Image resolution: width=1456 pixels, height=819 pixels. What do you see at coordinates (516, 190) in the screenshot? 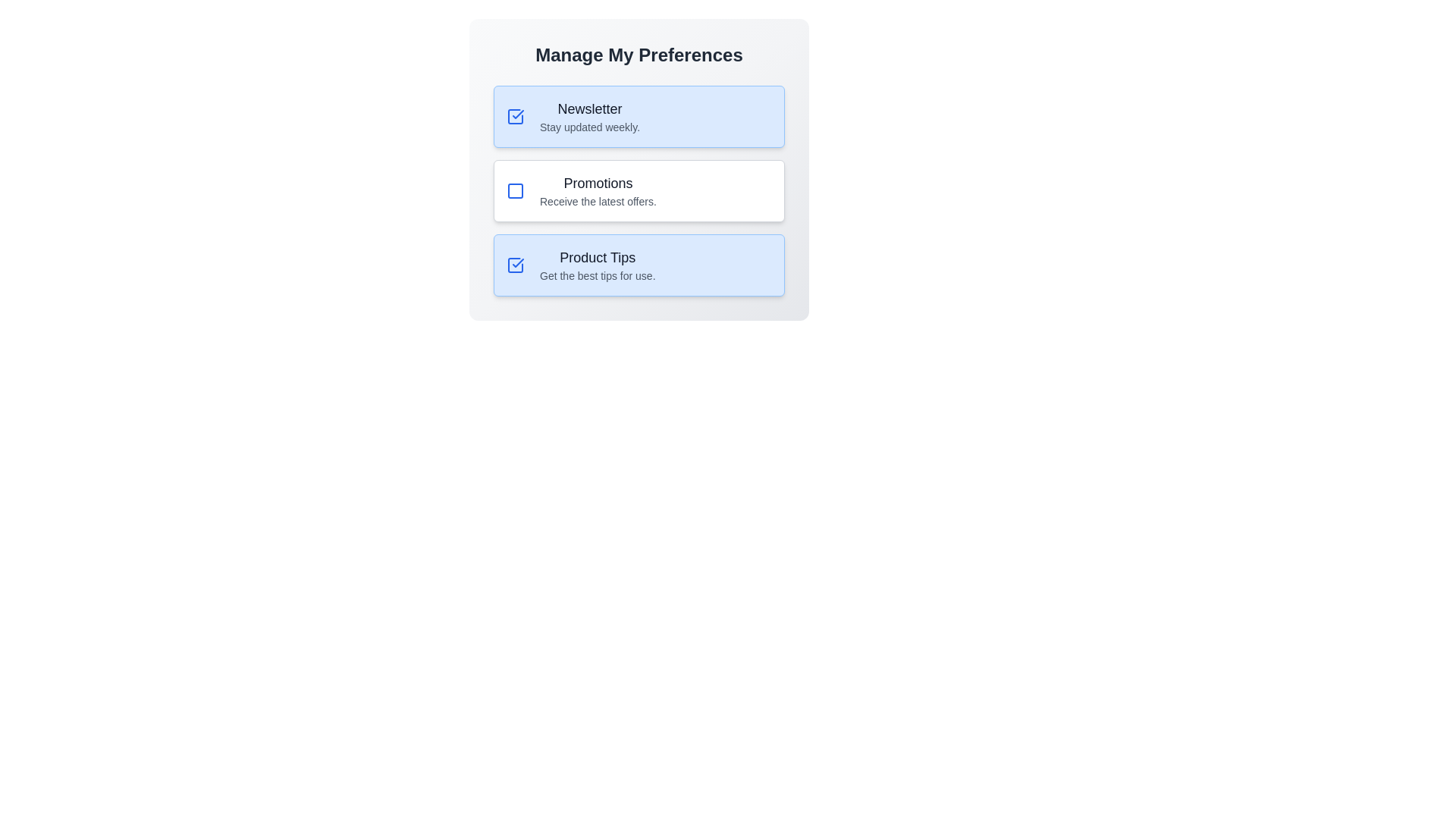
I see `the blue-bordered square icon located to the left of the 'Promotions' text` at bounding box center [516, 190].